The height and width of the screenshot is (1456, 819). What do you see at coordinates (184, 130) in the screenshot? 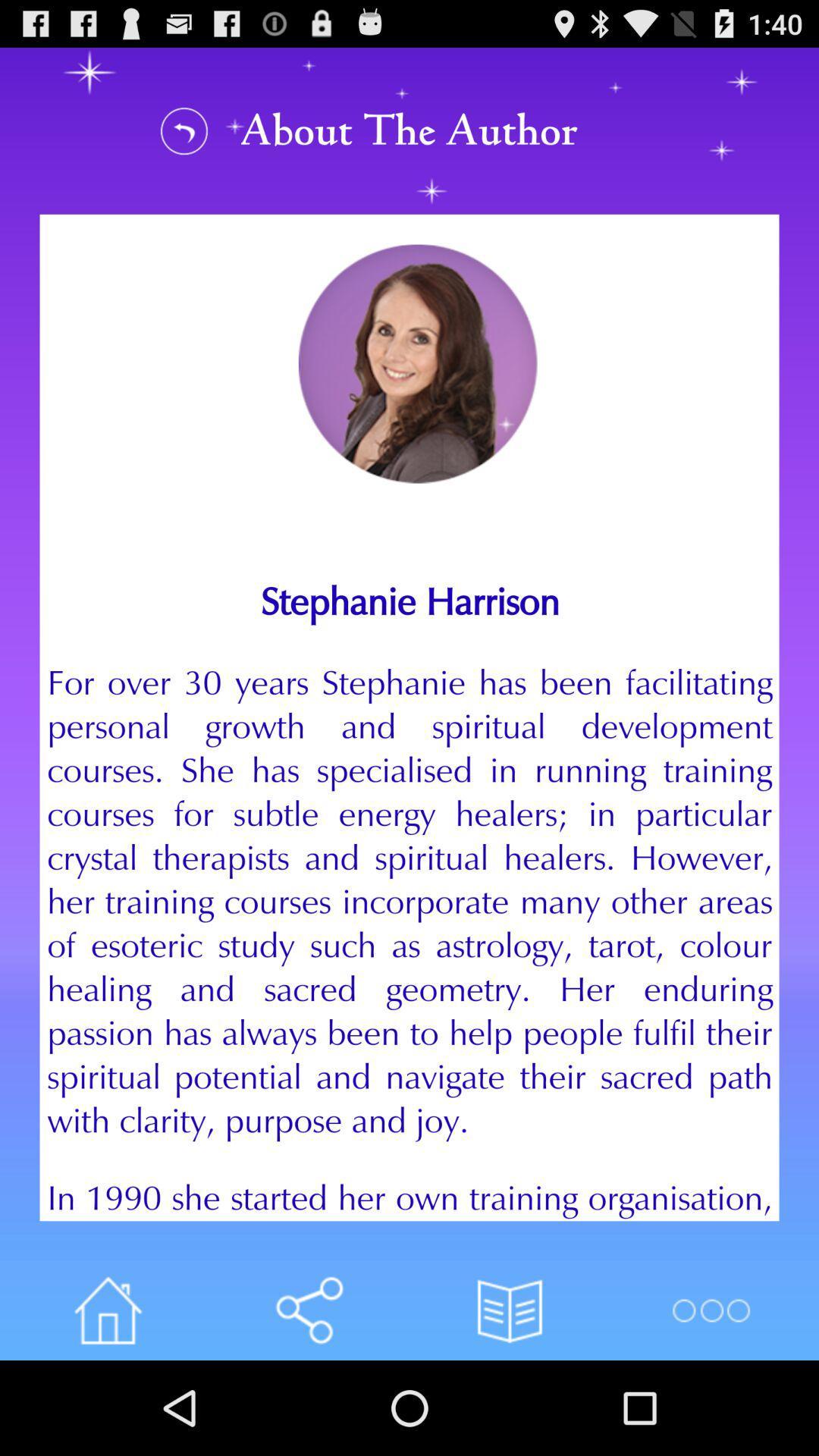
I see `go back` at bounding box center [184, 130].